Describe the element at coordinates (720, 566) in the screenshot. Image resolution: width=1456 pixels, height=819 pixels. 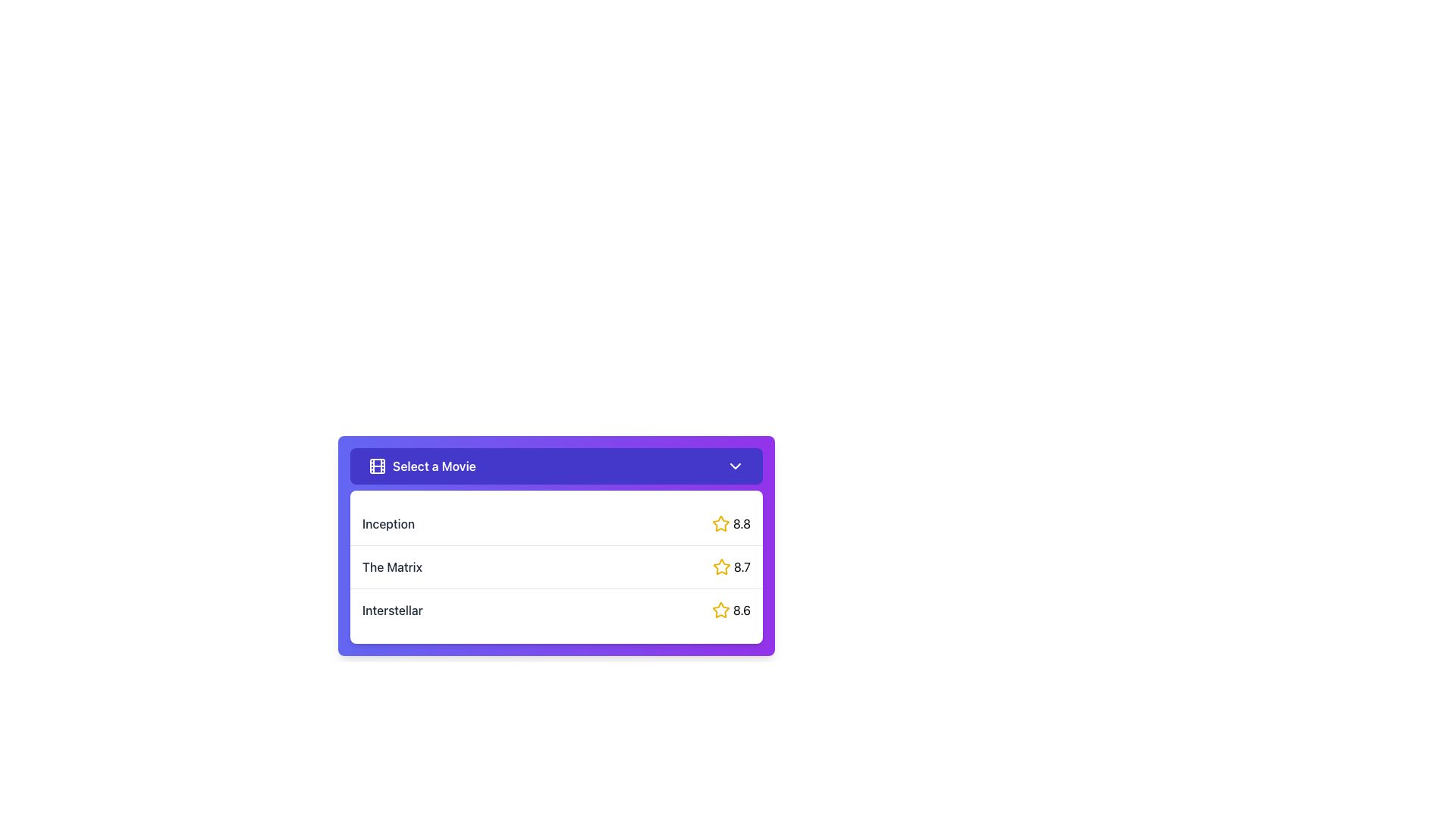
I see `the star-shaped yellow icon in the rating system for 'The Matrix' movie option in the dropdown menu` at that location.